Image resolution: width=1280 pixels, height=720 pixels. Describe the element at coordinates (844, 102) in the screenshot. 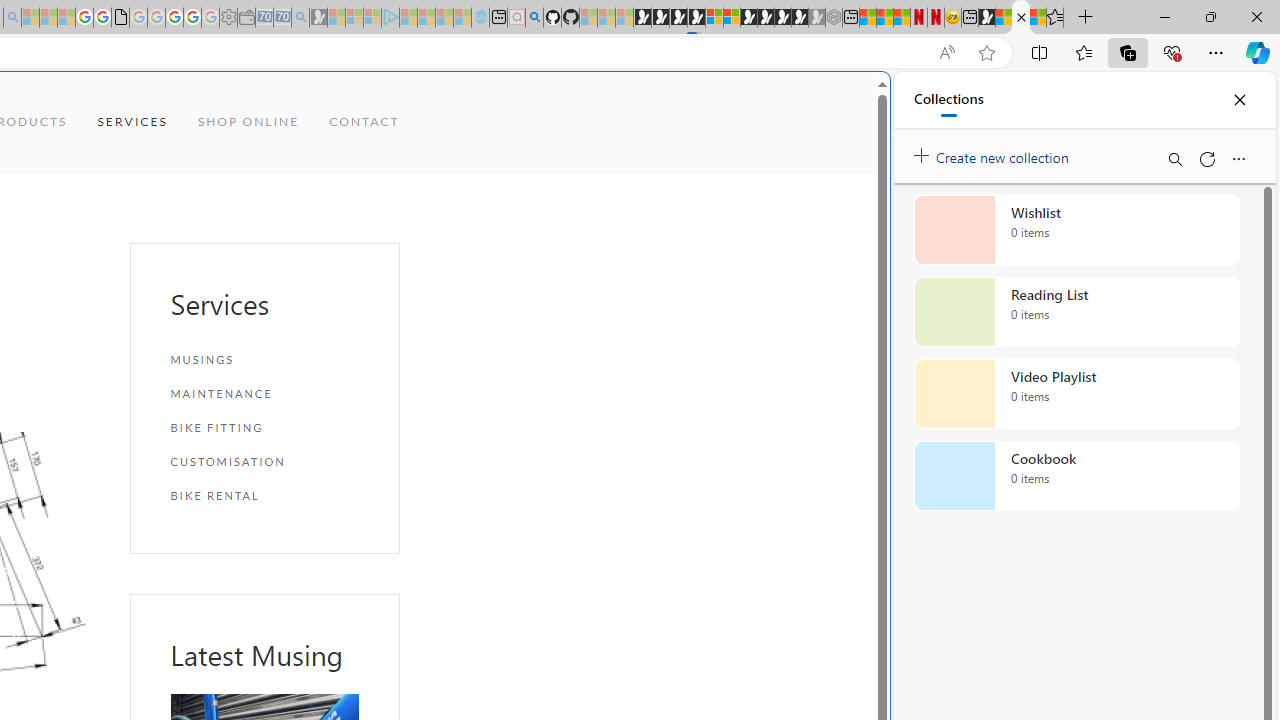

I see `'Close split screen'` at that location.